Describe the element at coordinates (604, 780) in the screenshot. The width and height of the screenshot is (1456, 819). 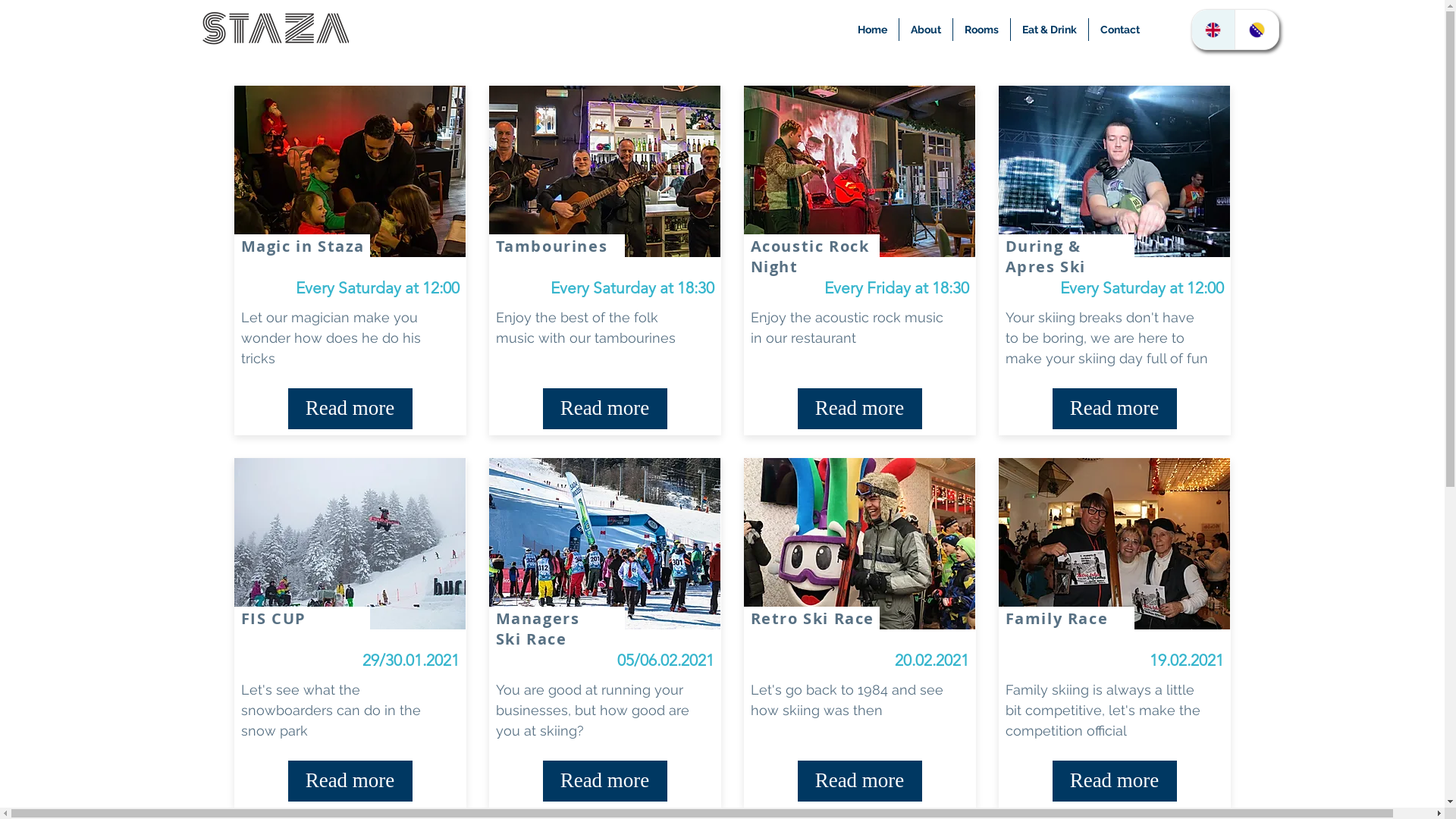
I see `'Read more'` at that location.